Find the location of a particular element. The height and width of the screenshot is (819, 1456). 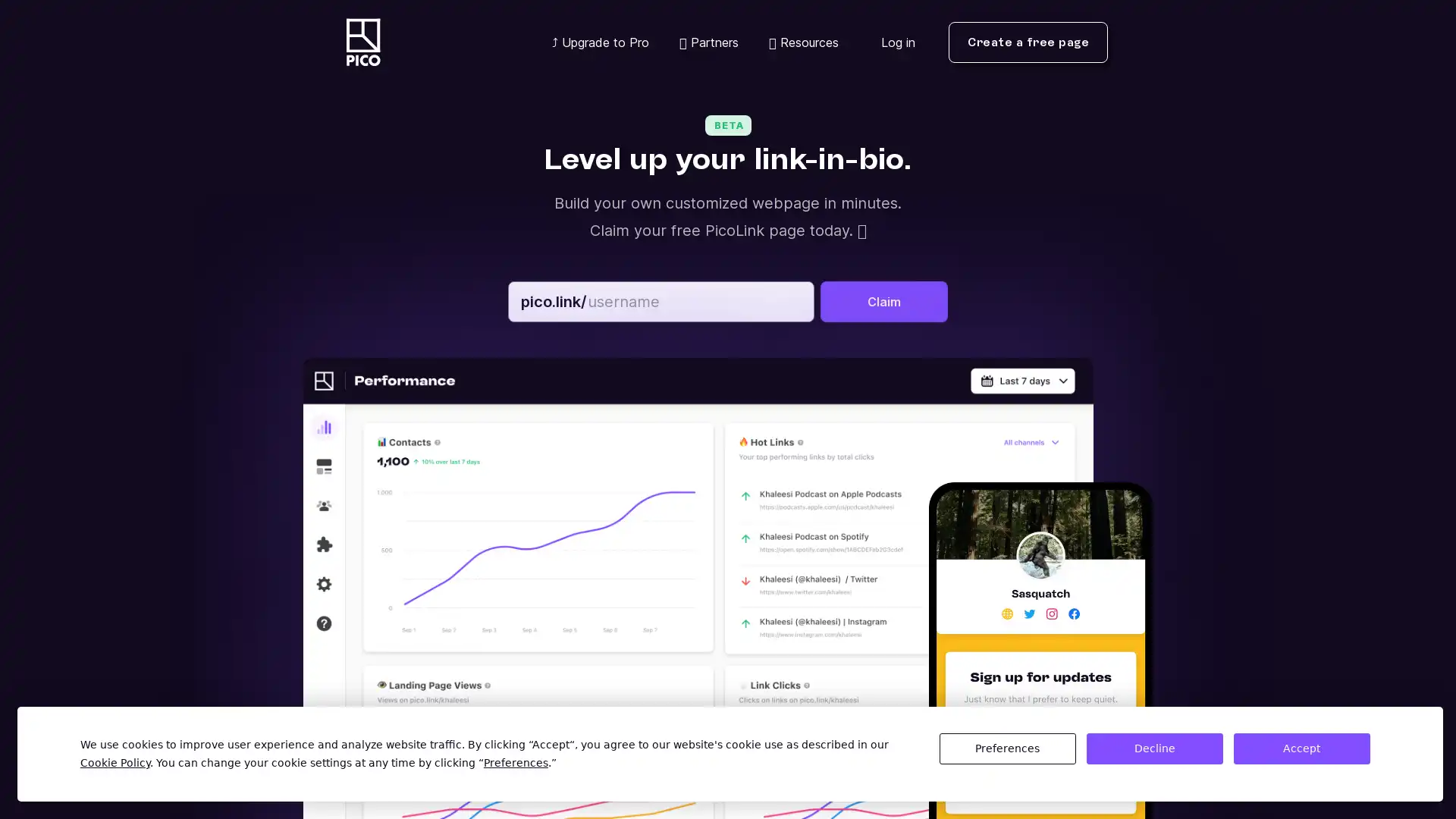

Accept is located at coordinates (1301, 748).